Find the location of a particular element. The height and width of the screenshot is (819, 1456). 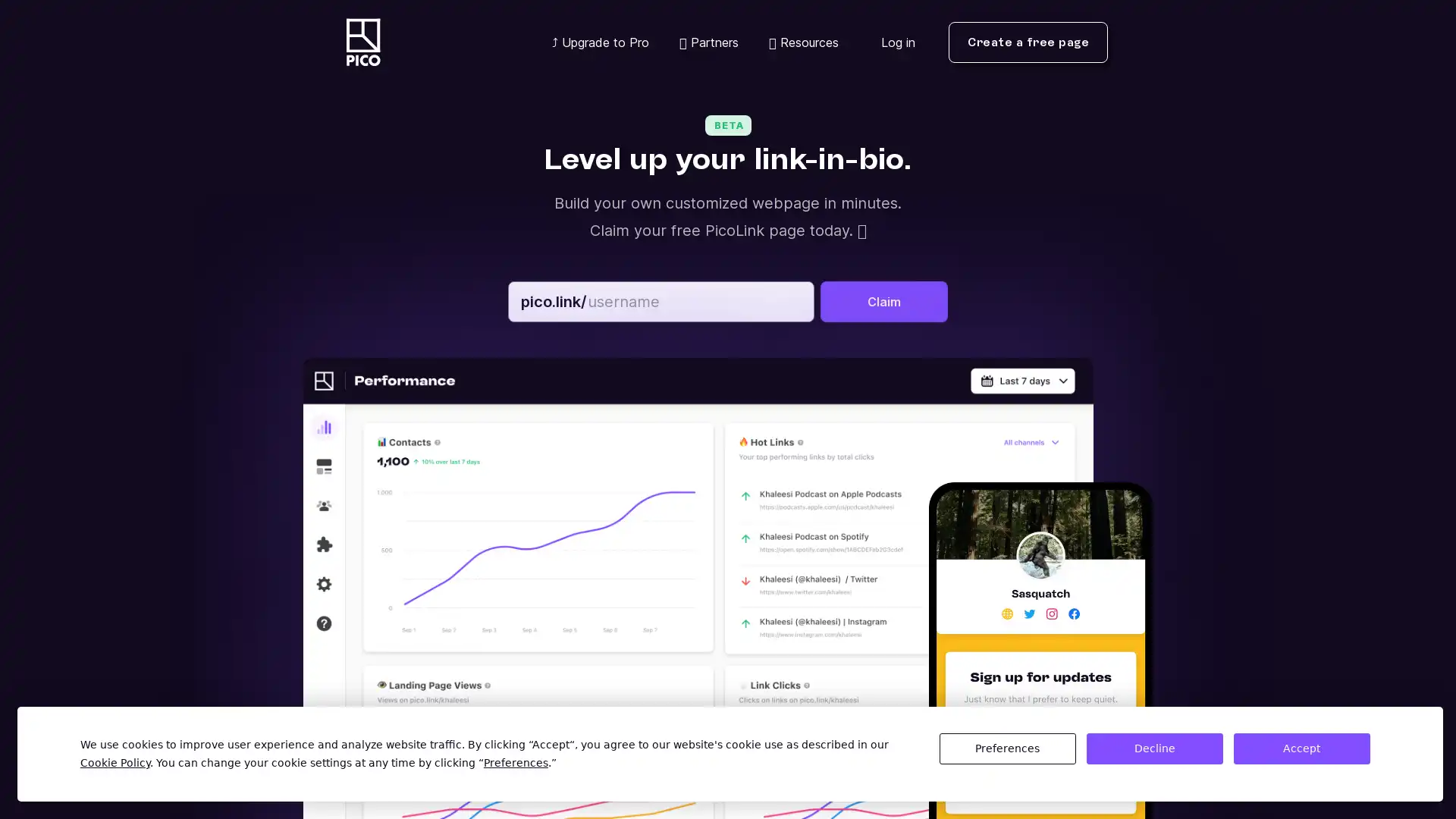

Accept is located at coordinates (1301, 748).